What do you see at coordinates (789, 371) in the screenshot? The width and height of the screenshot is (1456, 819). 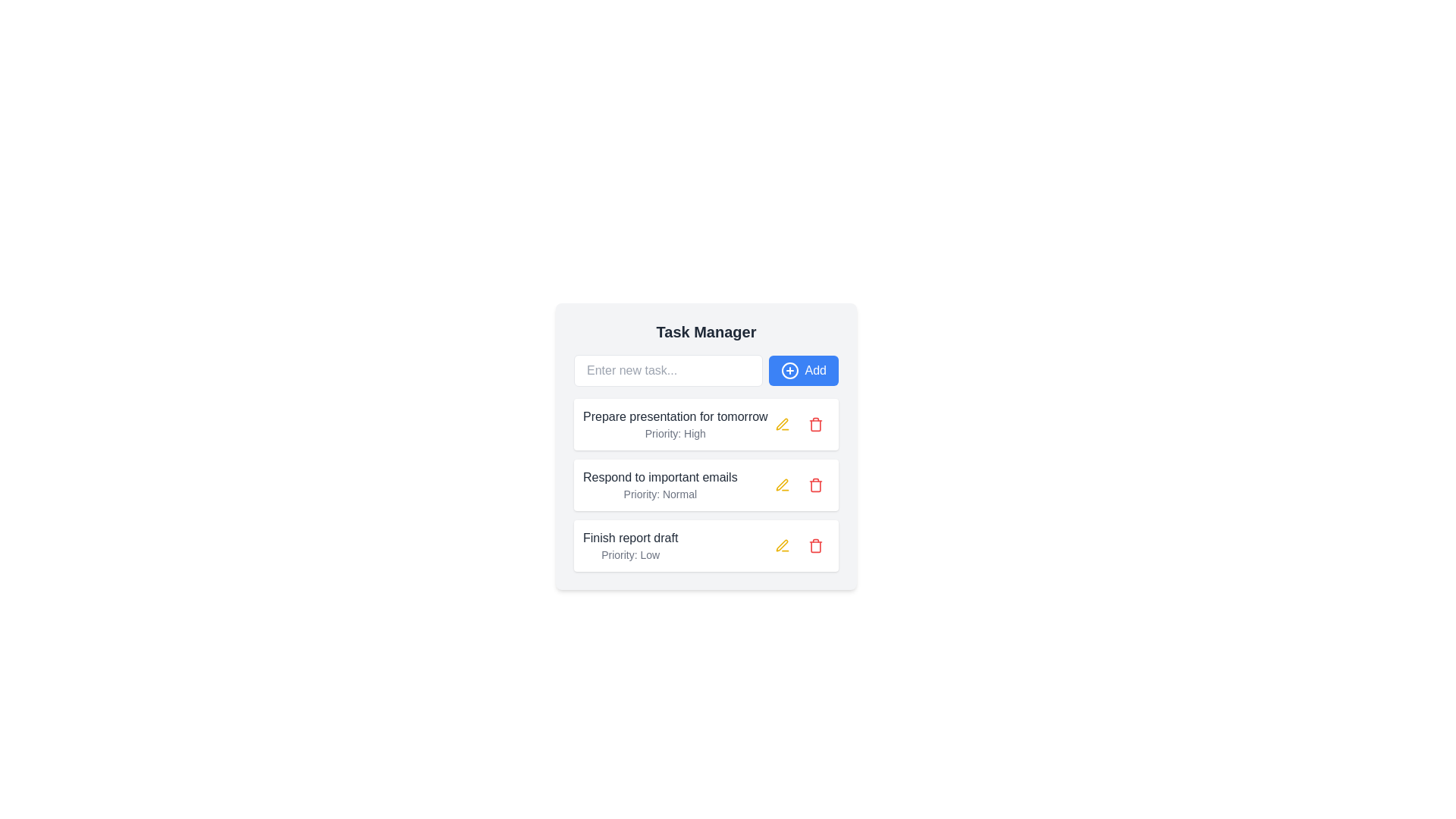 I see `the circular blue icon with a white border and plus sign located inside the 'Add' button in the Task Manager card` at bounding box center [789, 371].